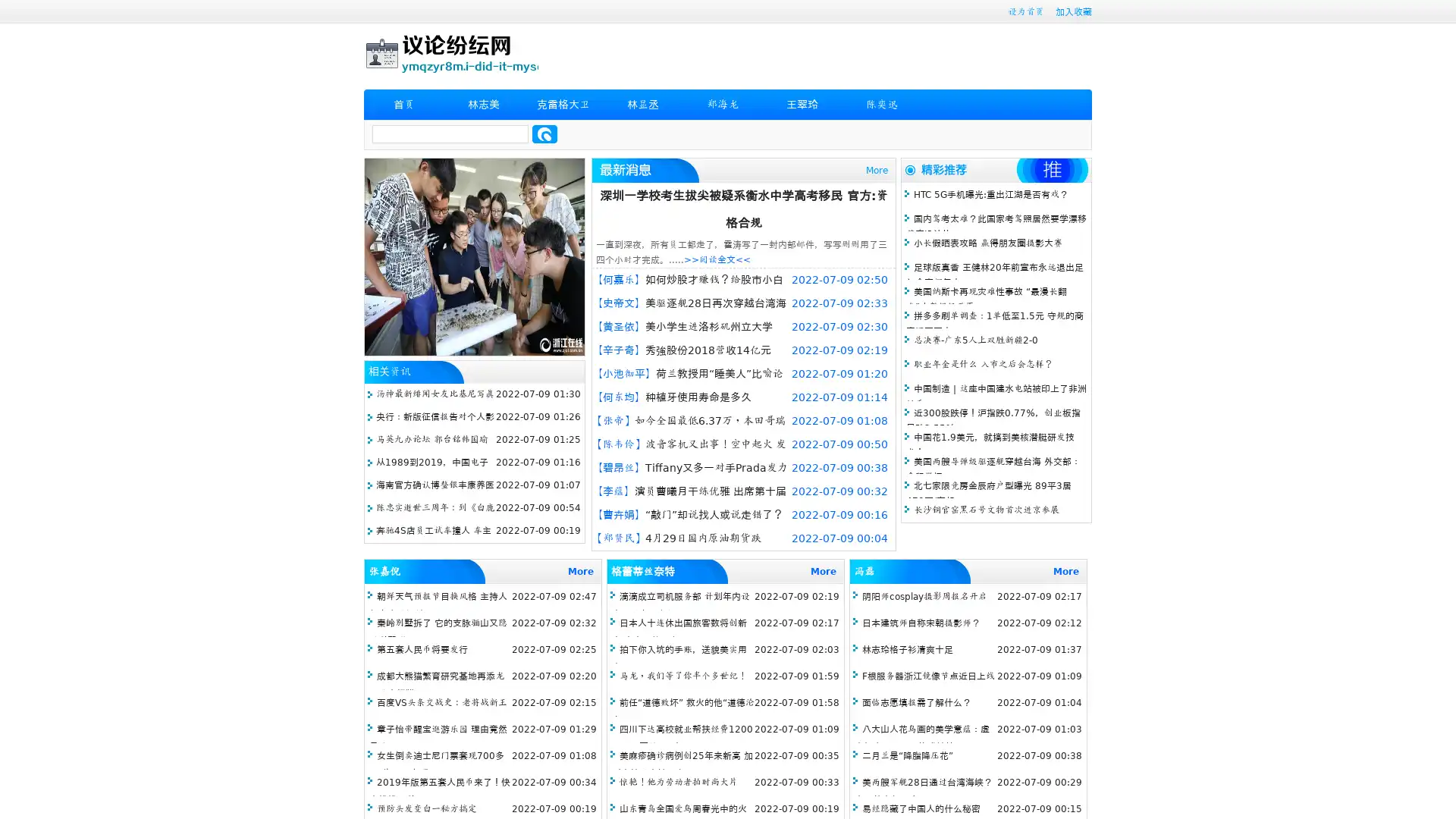 Image resolution: width=1456 pixels, height=819 pixels. What do you see at coordinates (544, 133) in the screenshot?
I see `Search` at bounding box center [544, 133].